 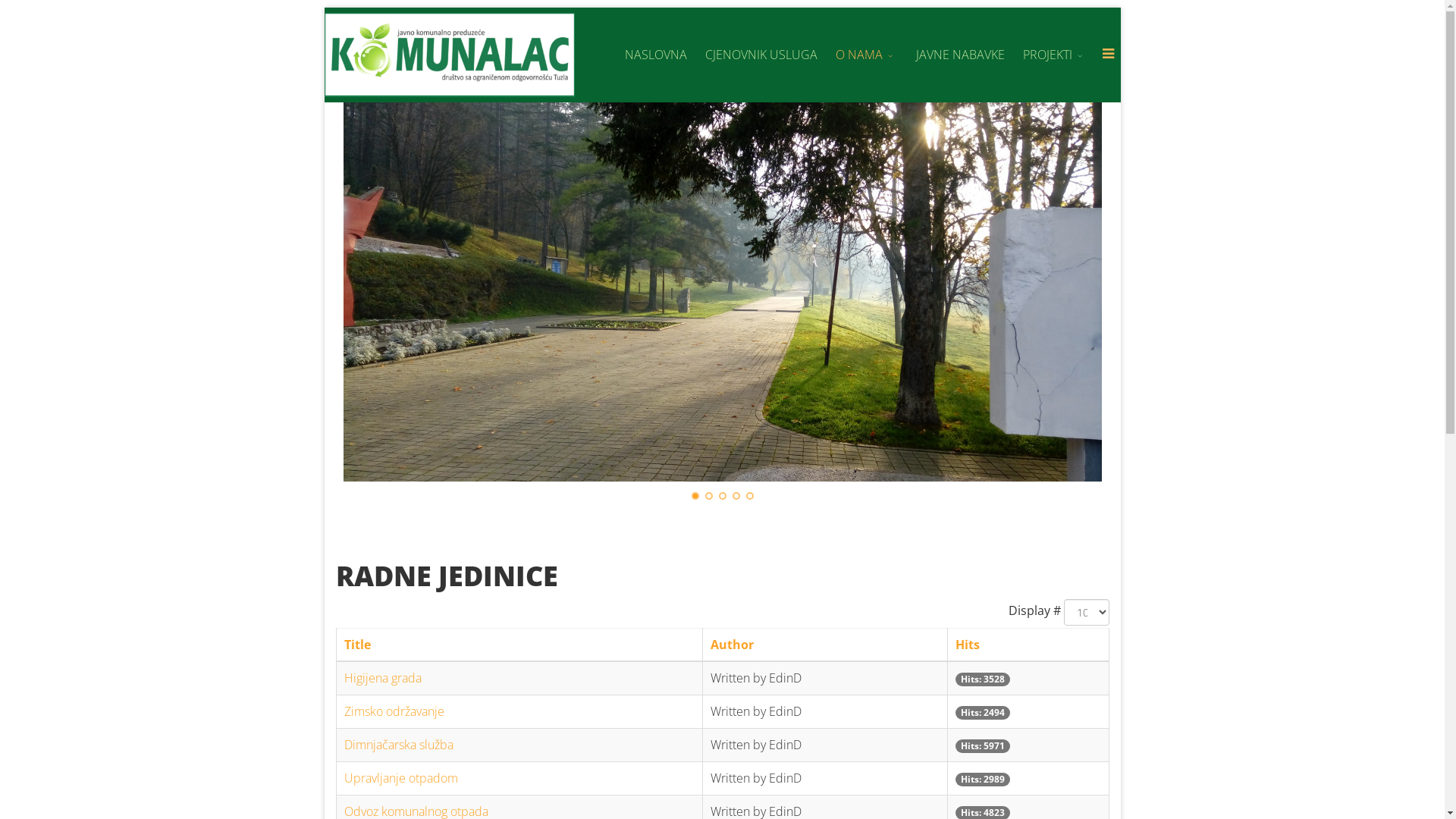 I want to click on 'CJENOVNIK USLUGA', so click(x=761, y=54).